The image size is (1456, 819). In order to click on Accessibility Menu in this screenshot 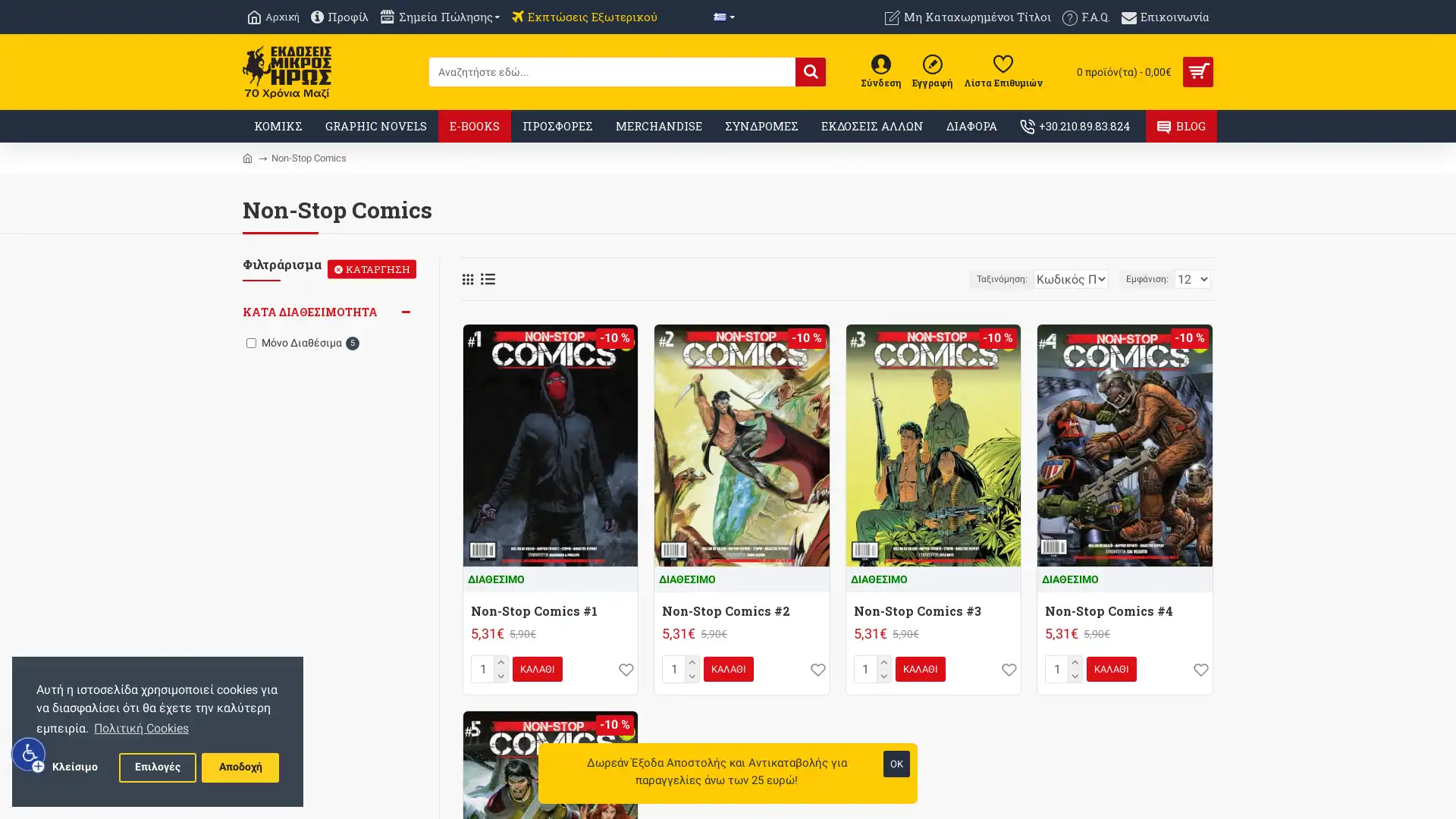, I will do `click(29, 754)`.